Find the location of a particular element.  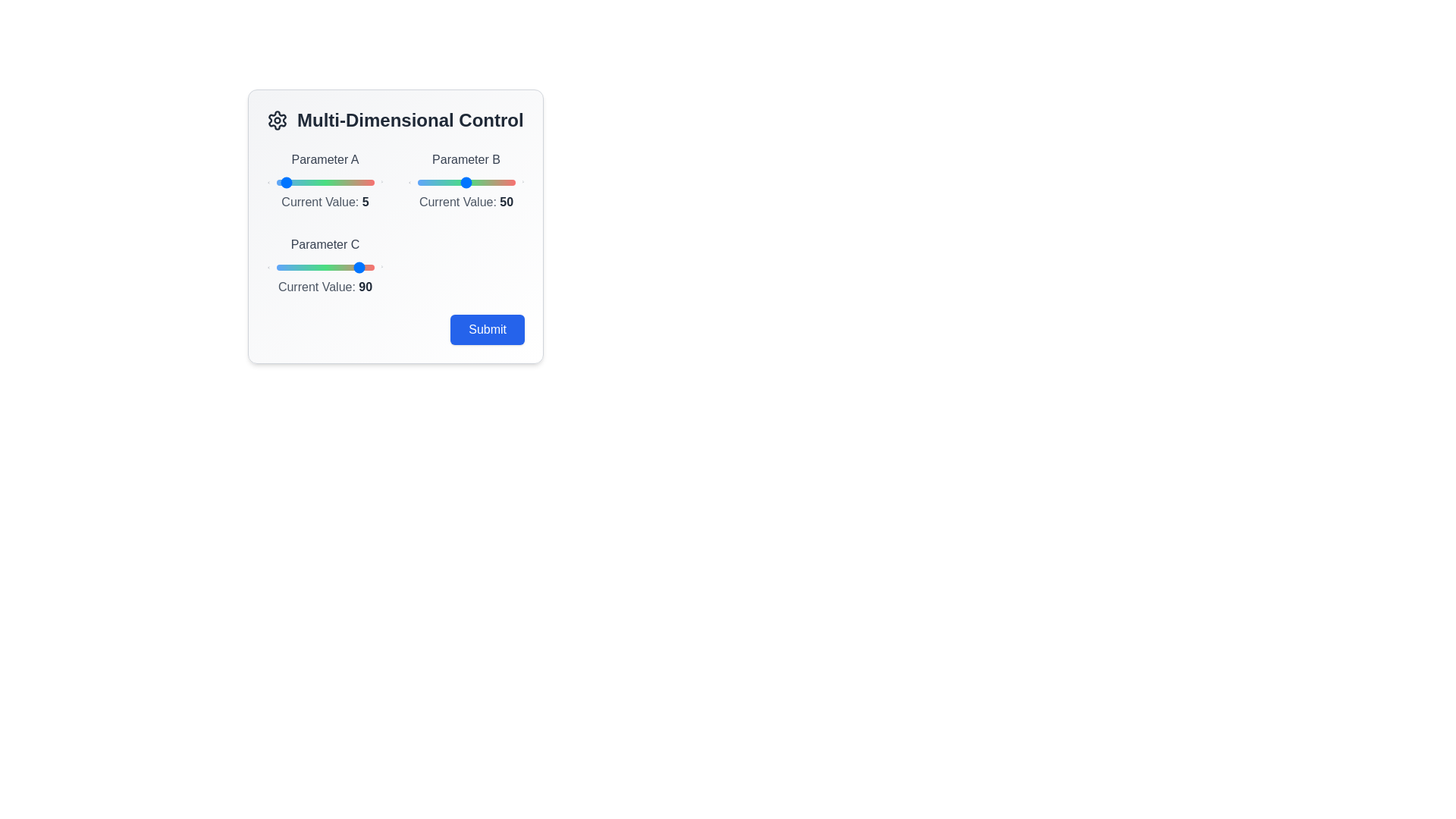

the settings icon to interact with the component's title and icon is located at coordinates (277, 119).